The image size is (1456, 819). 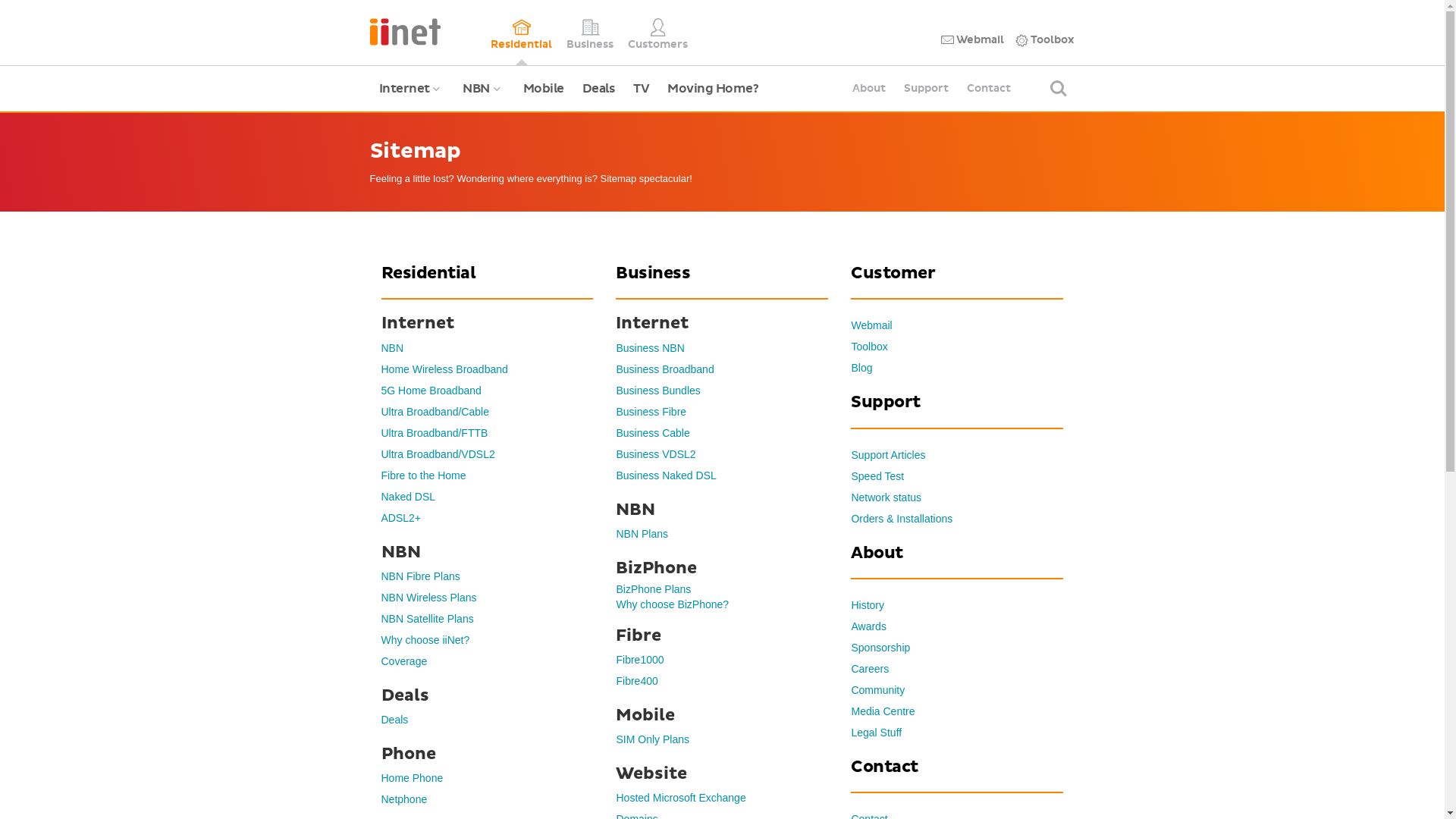 I want to click on 'Fibre400', so click(x=636, y=680).